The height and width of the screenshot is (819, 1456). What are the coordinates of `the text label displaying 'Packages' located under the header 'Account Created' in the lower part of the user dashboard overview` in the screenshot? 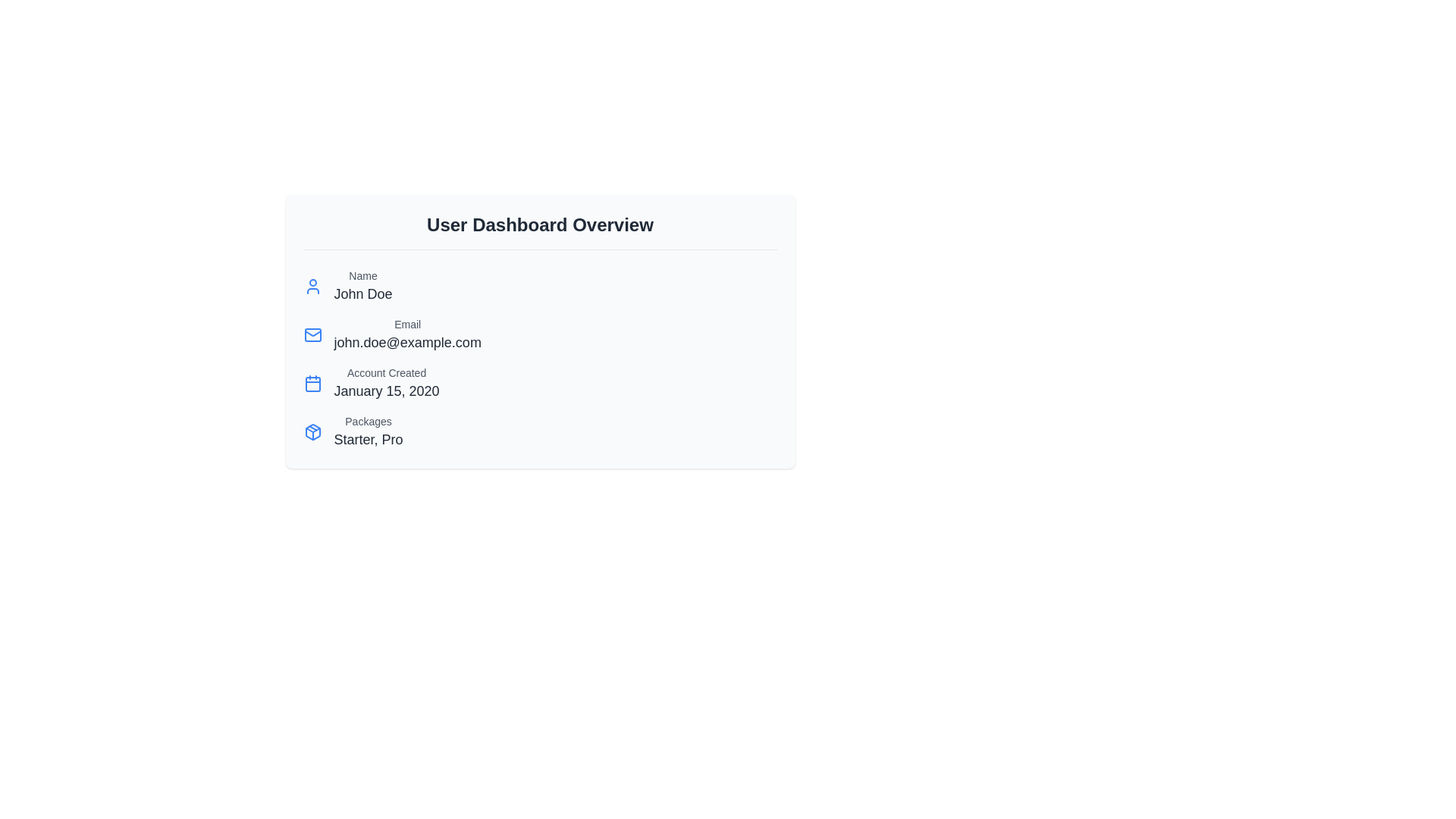 It's located at (368, 421).